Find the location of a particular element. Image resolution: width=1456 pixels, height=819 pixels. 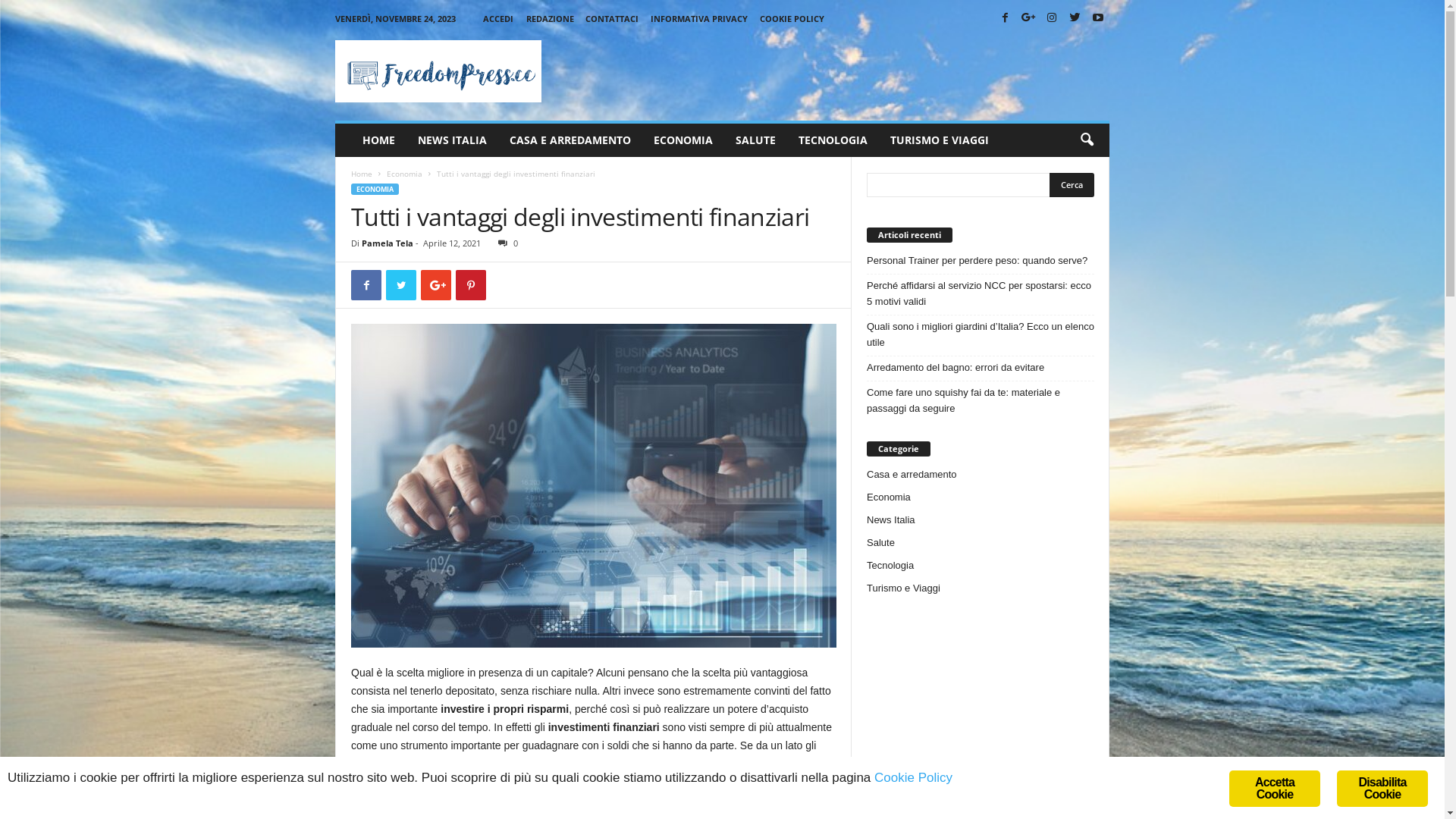

'Accetta Cookie' is located at coordinates (1274, 788).